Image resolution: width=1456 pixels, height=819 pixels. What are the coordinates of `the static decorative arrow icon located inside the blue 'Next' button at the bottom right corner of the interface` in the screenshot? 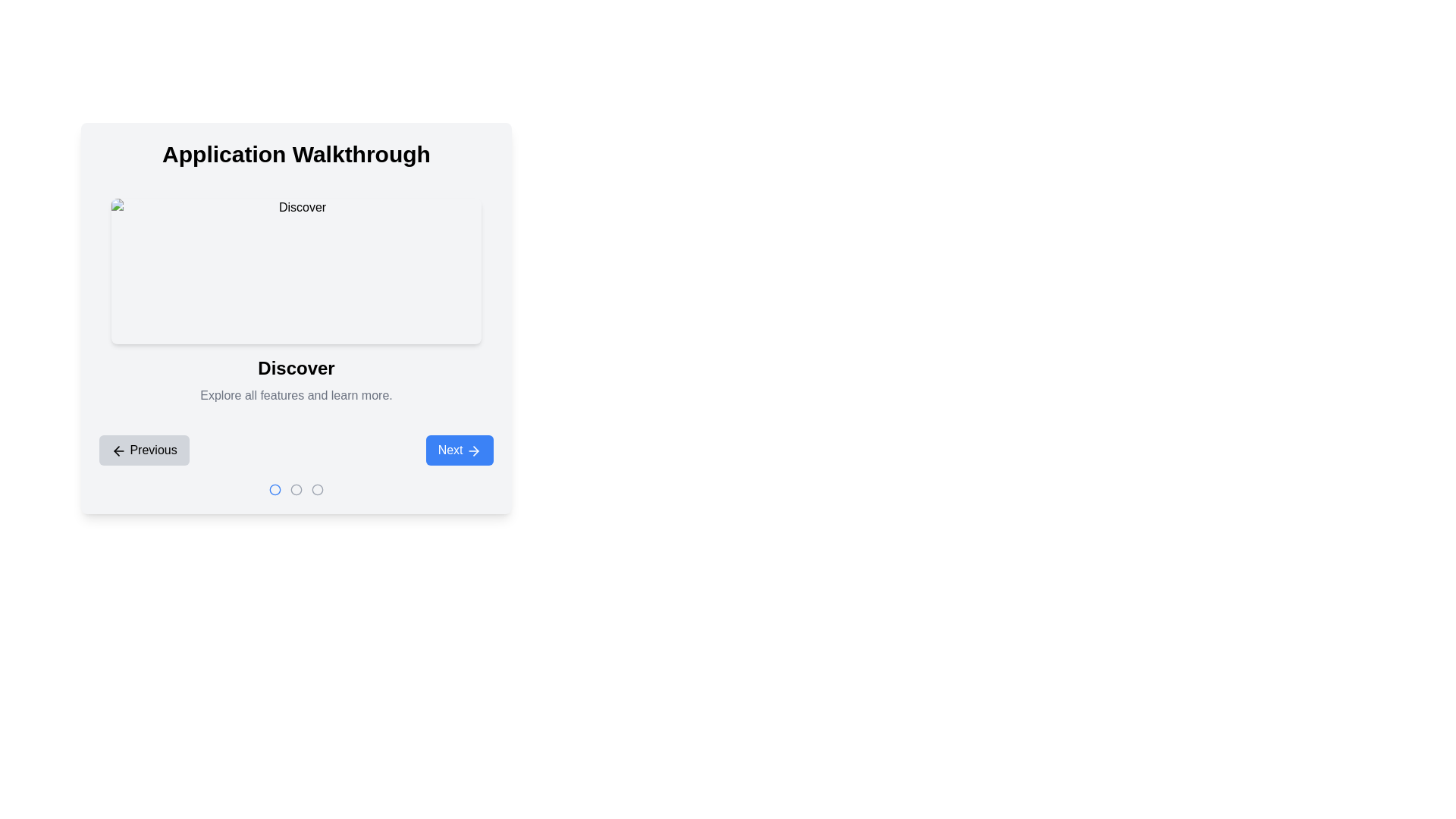 It's located at (472, 450).